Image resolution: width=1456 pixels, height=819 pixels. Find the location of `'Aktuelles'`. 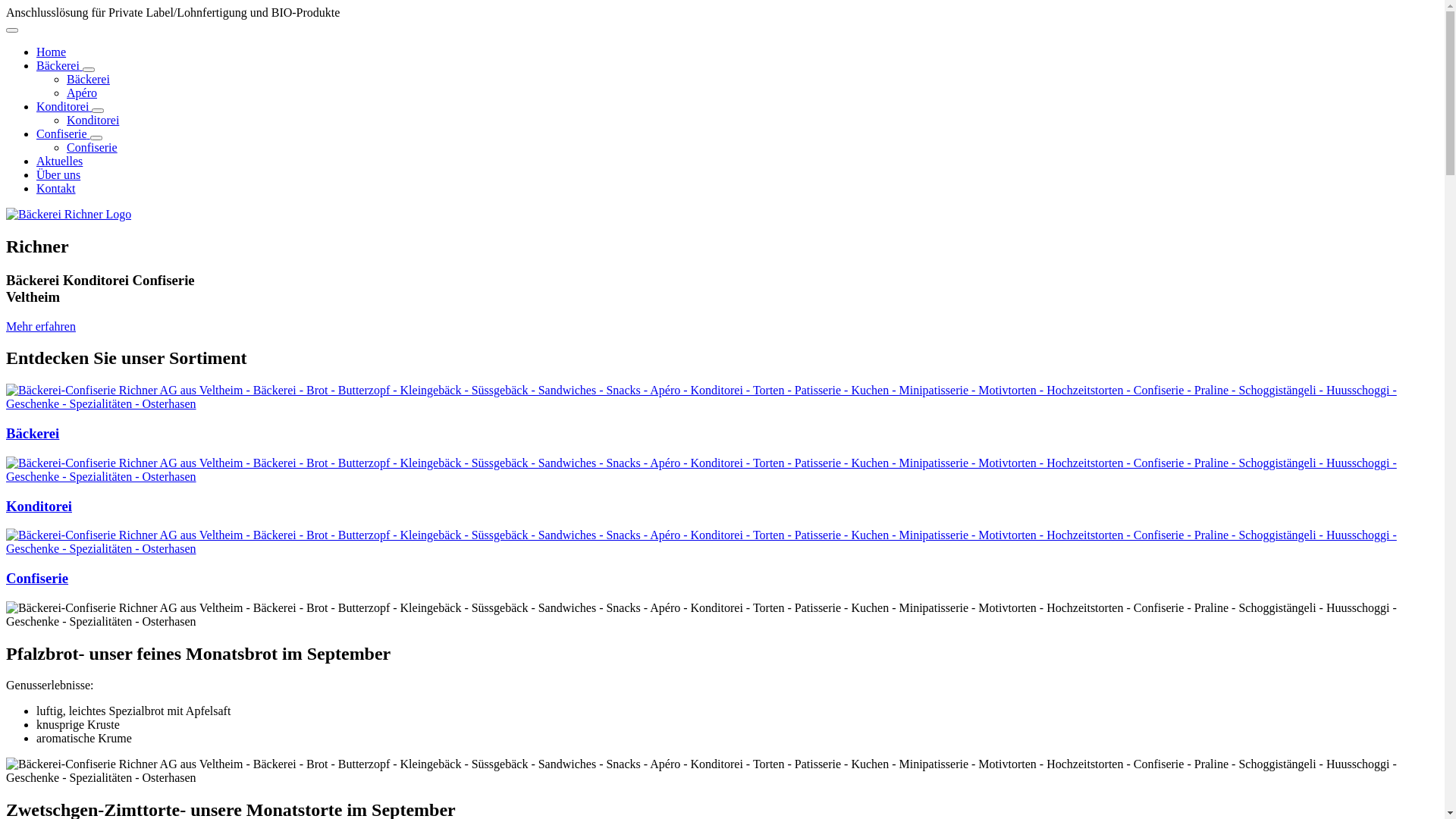

'Aktuelles' is located at coordinates (59, 161).